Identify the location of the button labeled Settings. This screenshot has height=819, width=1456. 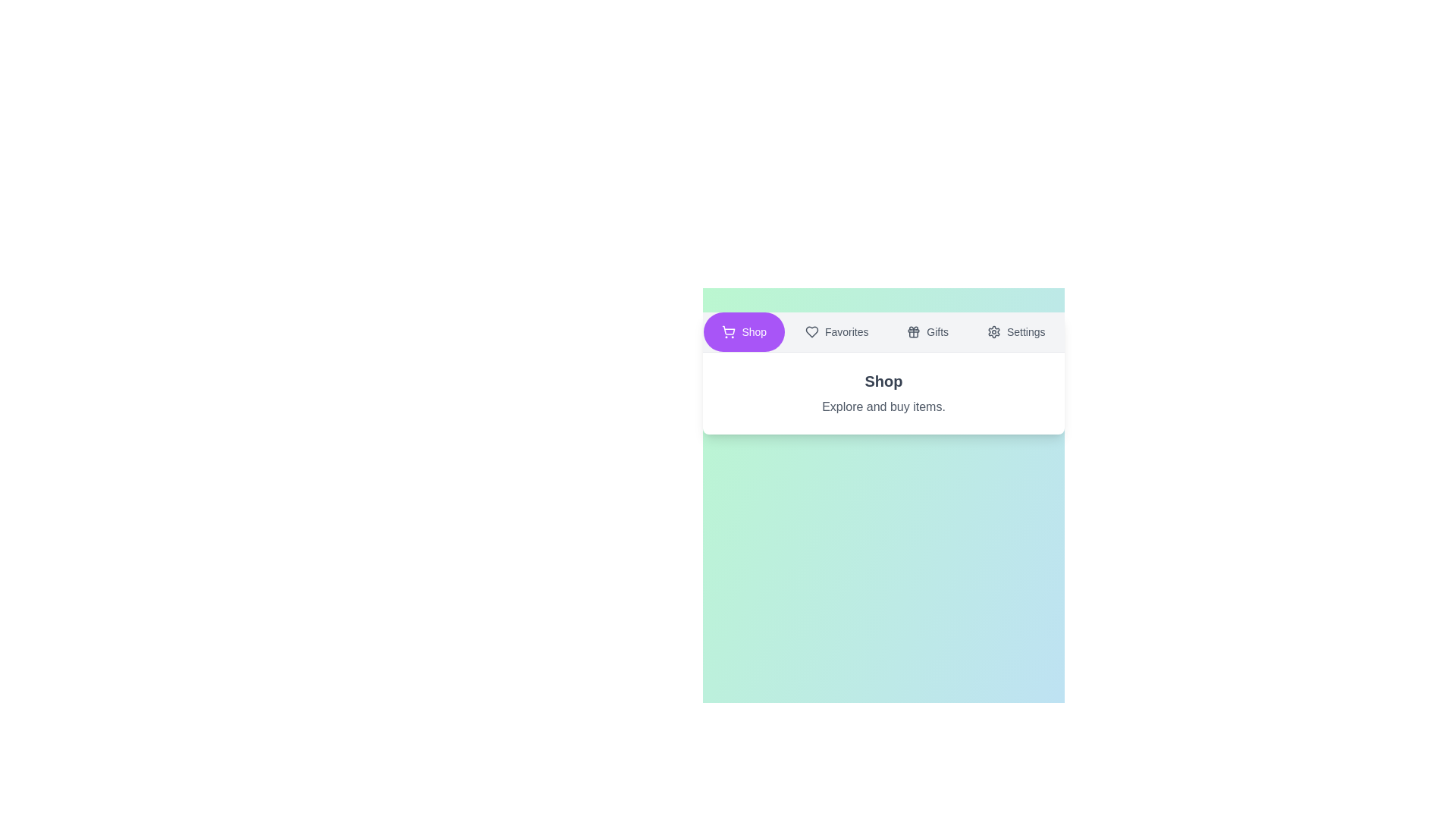
(1016, 331).